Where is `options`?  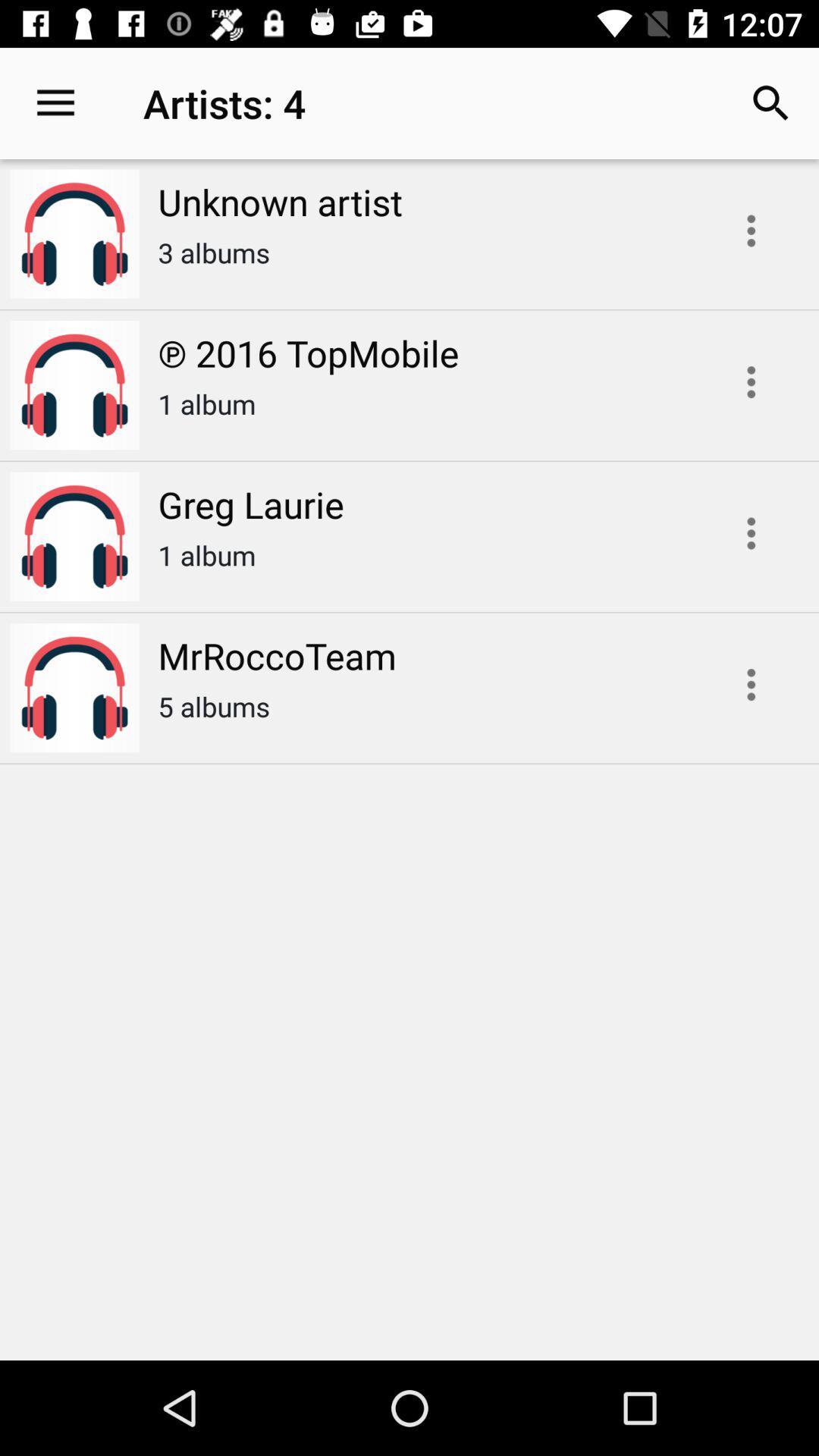 options is located at coordinates (751, 683).